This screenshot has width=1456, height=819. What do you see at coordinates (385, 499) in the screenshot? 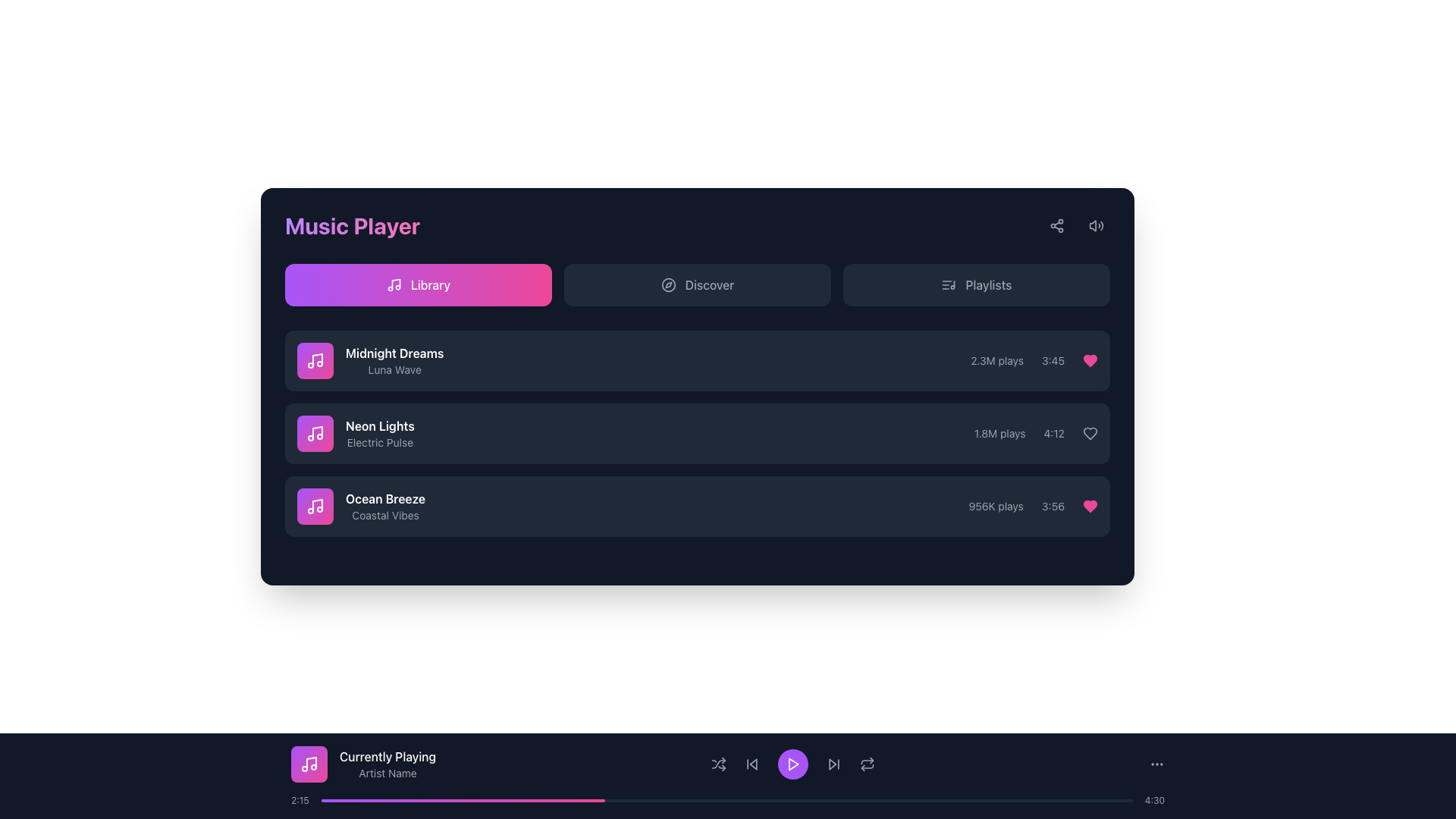
I see `the Text label displaying the title 'Ocean Breeze', which is located in the third song item of the vertically arranged list in the 'Library' section of the Music Player interface` at bounding box center [385, 499].